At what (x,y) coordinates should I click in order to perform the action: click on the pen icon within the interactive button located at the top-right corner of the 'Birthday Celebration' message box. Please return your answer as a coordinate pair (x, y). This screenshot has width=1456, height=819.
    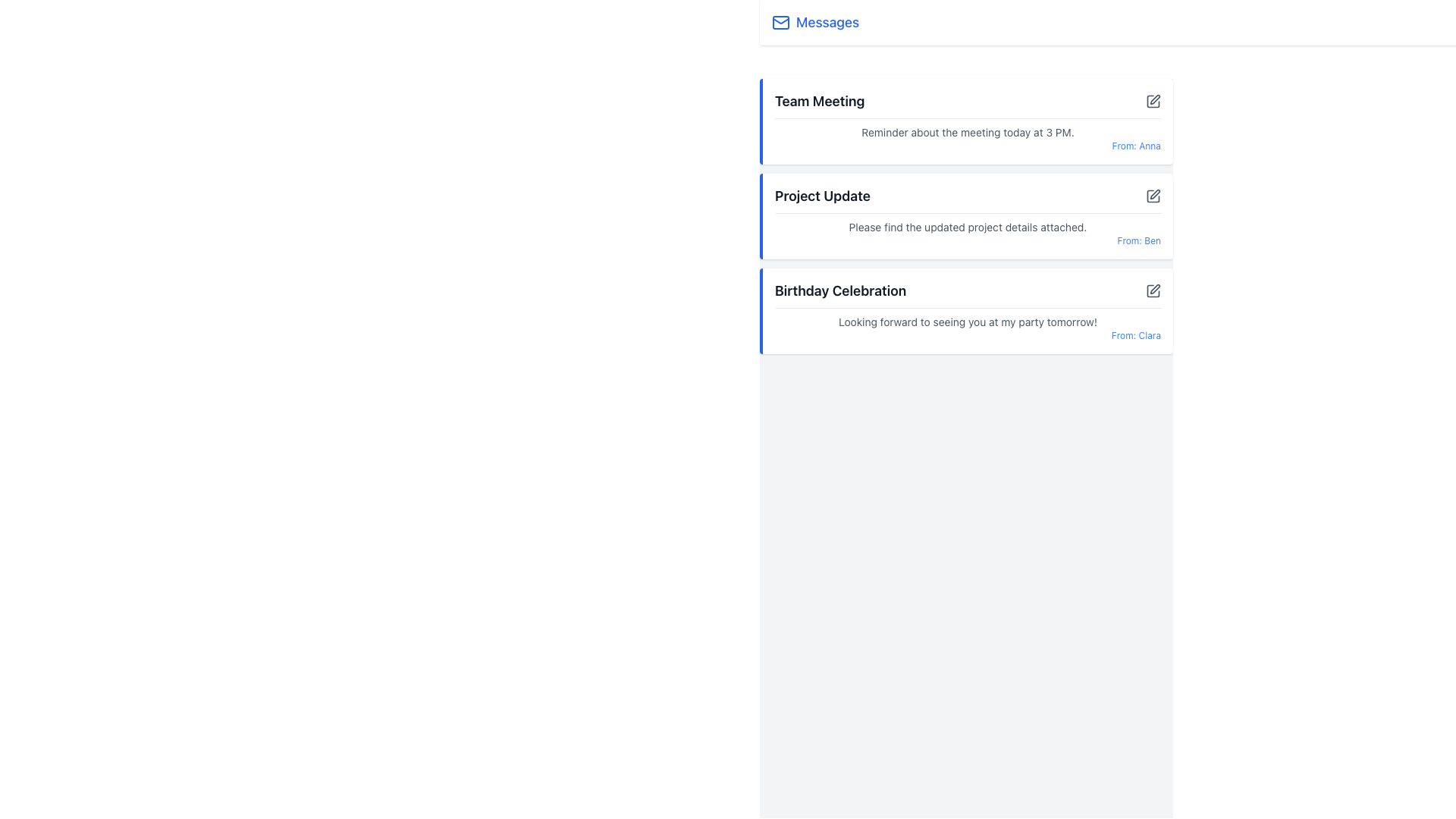
    Looking at the image, I should click on (1154, 289).